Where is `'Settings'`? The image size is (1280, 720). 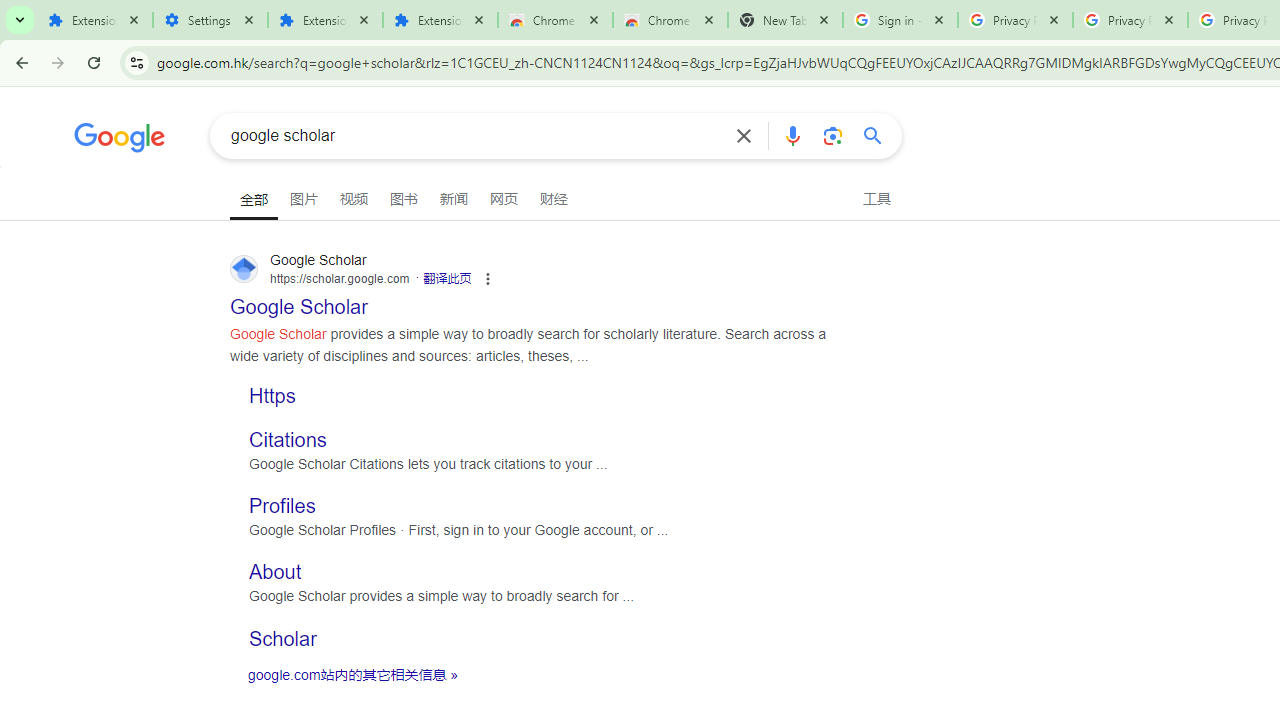 'Settings' is located at coordinates (209, 20).